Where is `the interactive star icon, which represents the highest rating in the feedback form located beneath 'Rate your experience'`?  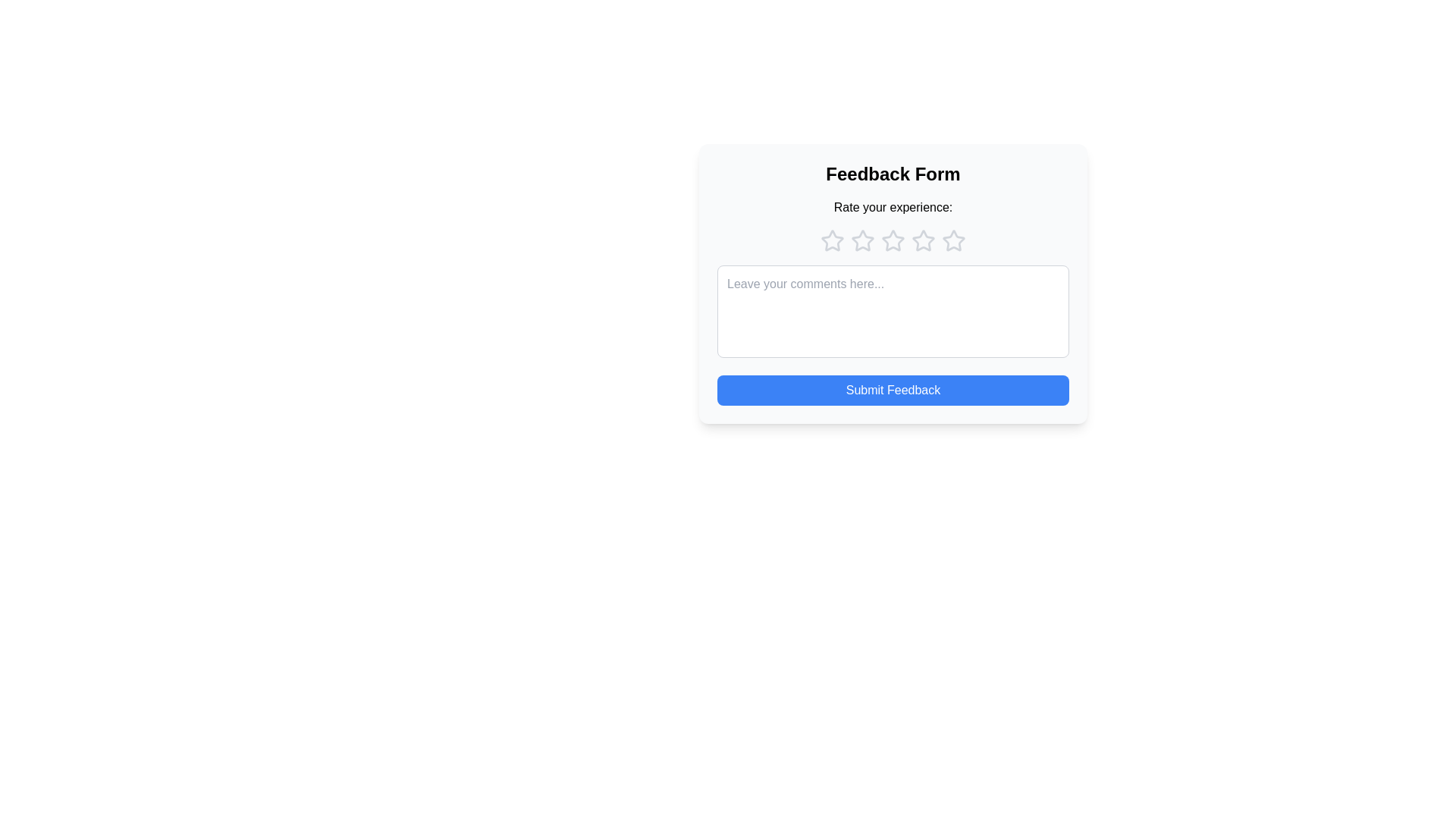 the interactive star icon, which represents the highest rating in the feedback form located beneath 'Rate your experience' is located at coordinates (952, 240).